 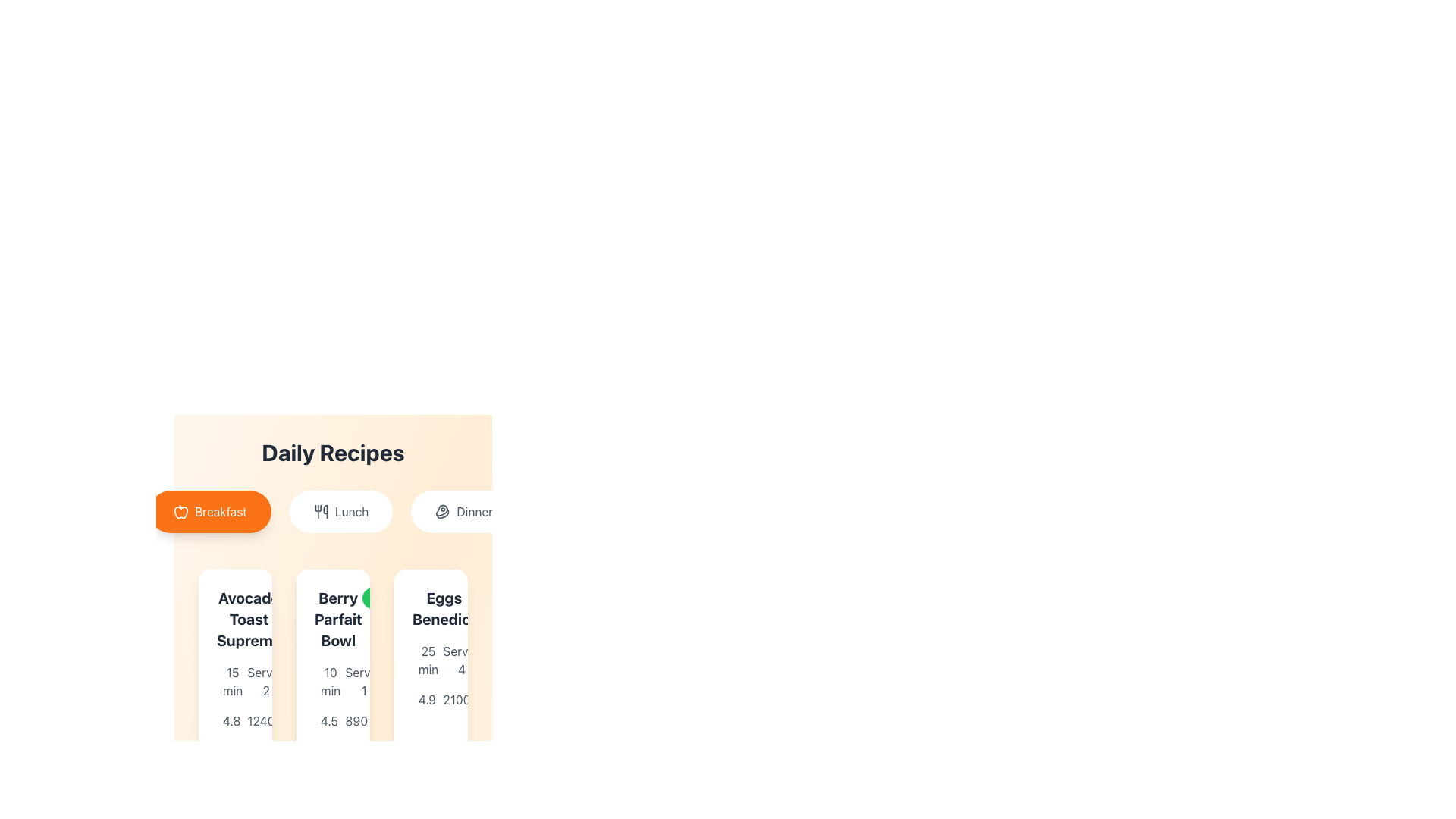 What do you see at coordinates (344, 720) in the screenshot?
I see `the popularity metric icon with adjacent text on the second recipe card in the grid under 'Daily Recipes'` at bounding box center [344, 720].